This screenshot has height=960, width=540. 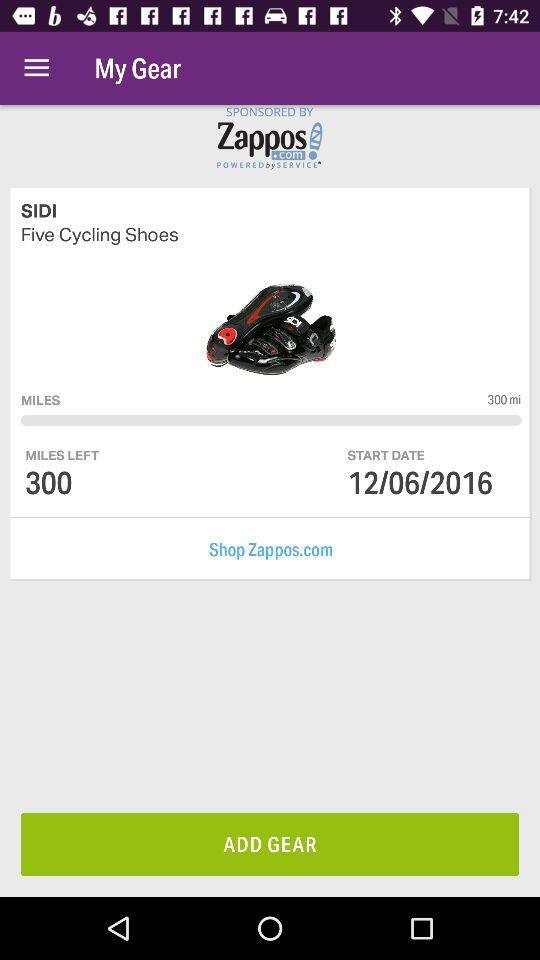 What do you see at coordinates (62, 455) in the screenshot?
I see `the item next to the start date icon` at bounding box center [62, 455].